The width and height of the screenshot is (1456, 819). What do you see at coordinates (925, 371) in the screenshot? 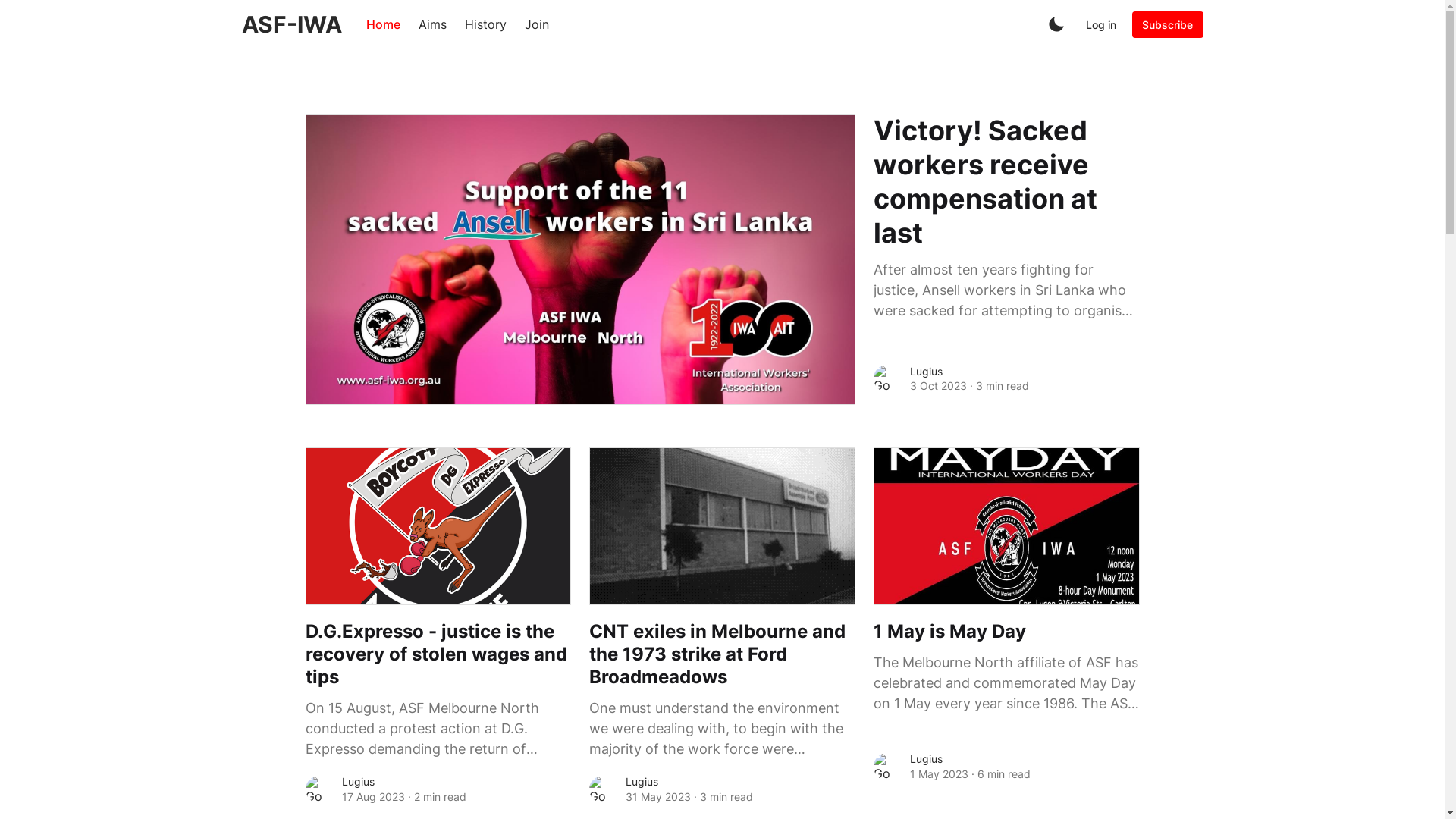
I see `'Lugius'` at bounding box center [925, 371].